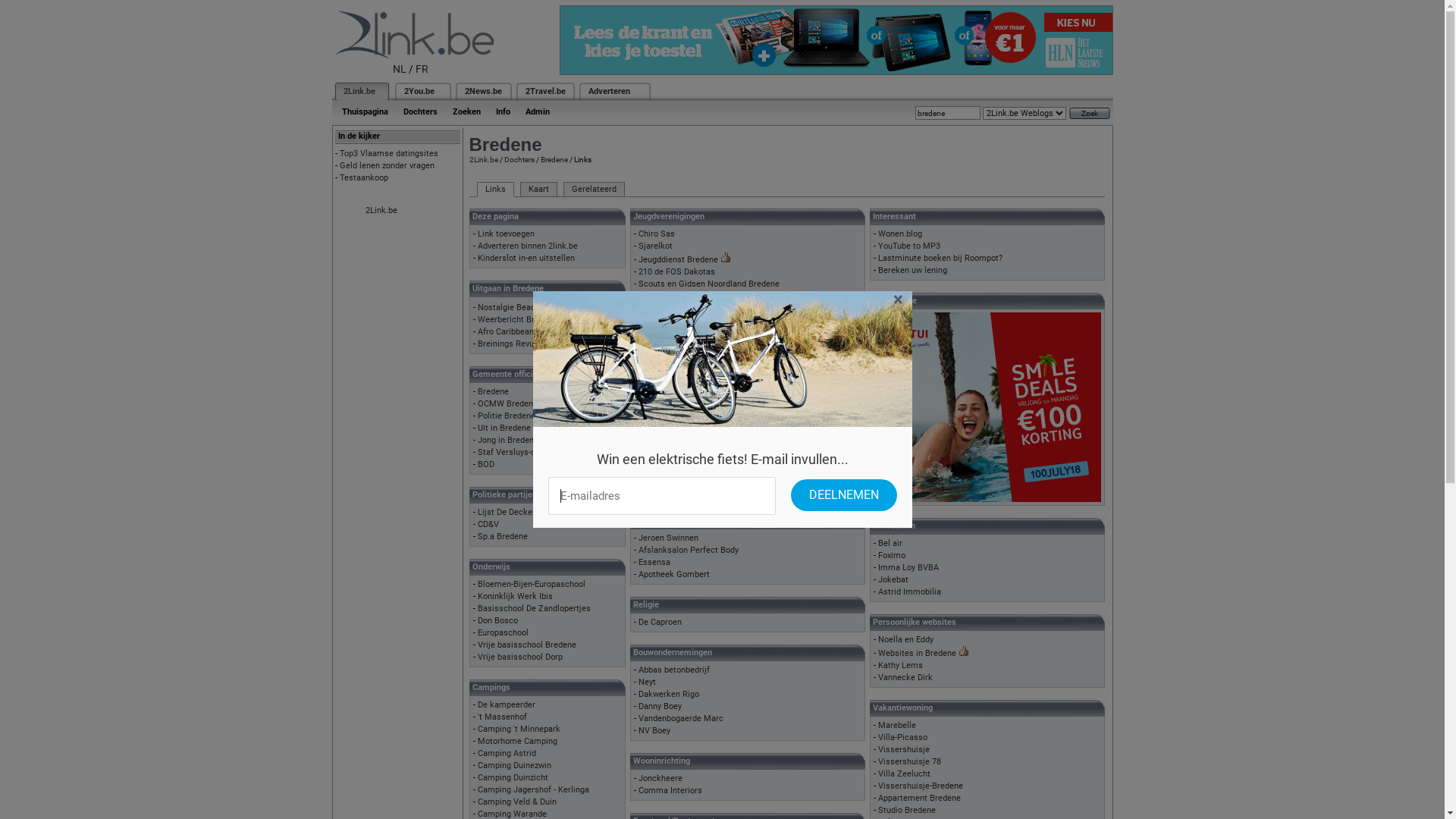 This screenshot has height=819, width=1456. What do you see at coordinates (654, 562) in the screenshot?
I see `'Essensa'` at bounding box center [654, 562].